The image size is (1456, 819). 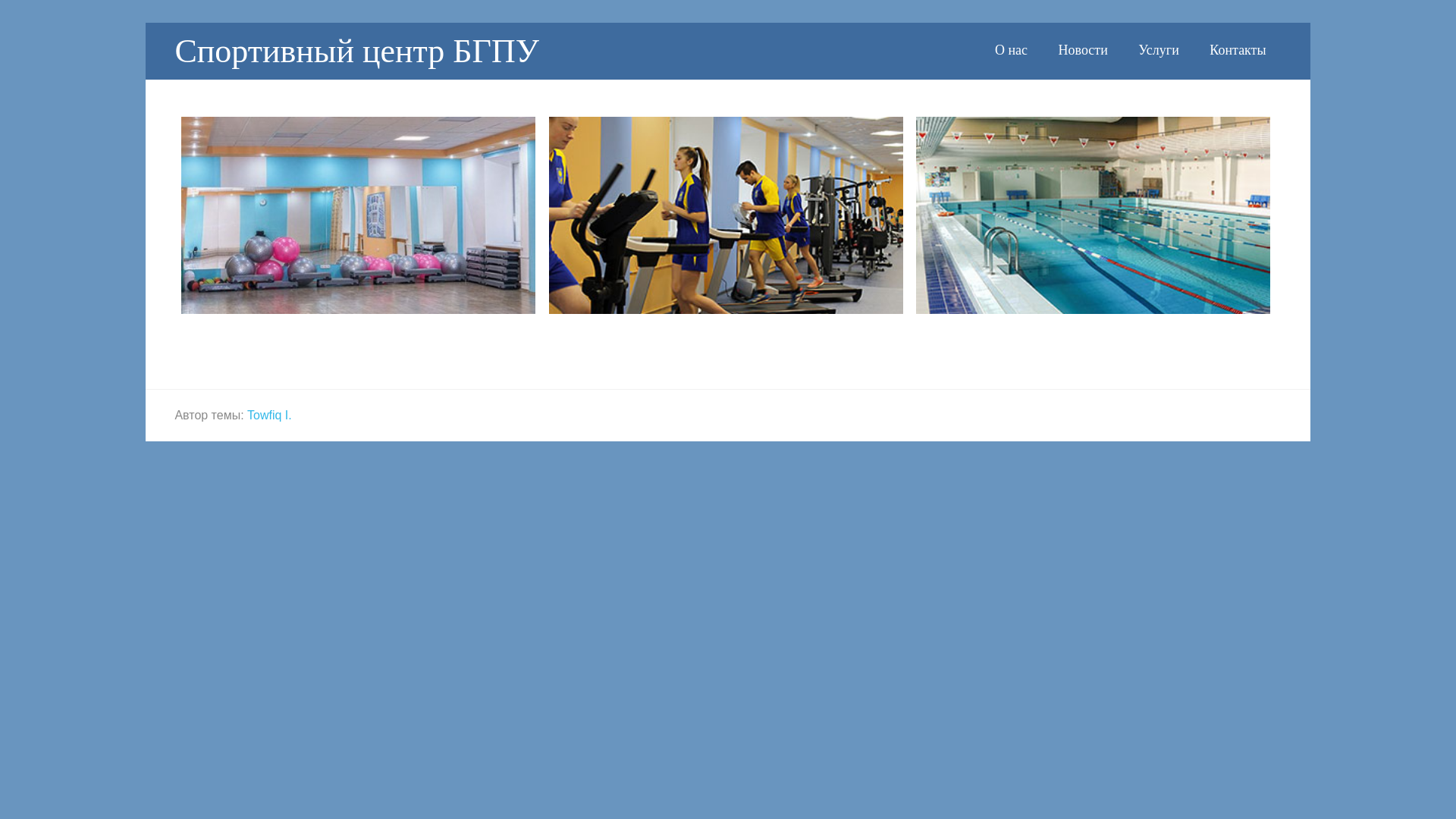 I want to click on 'Towfiq I.', so click(x=269, y=414).